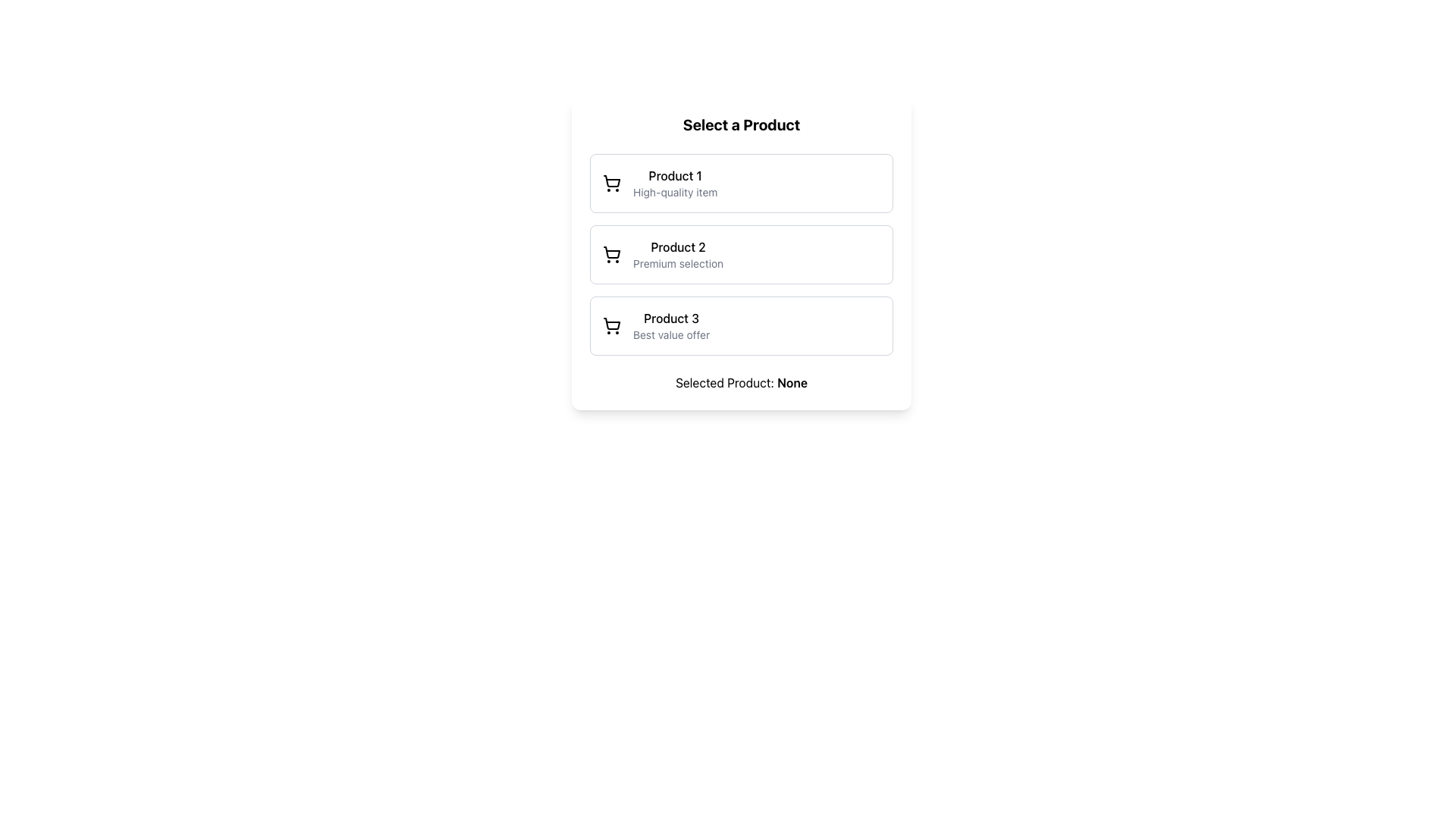  Describe the element at coordinates (611, 253) in the screenshot. I see `the shopping cart icon located to the left of the text 'Product 2' in the product options list` at that location.